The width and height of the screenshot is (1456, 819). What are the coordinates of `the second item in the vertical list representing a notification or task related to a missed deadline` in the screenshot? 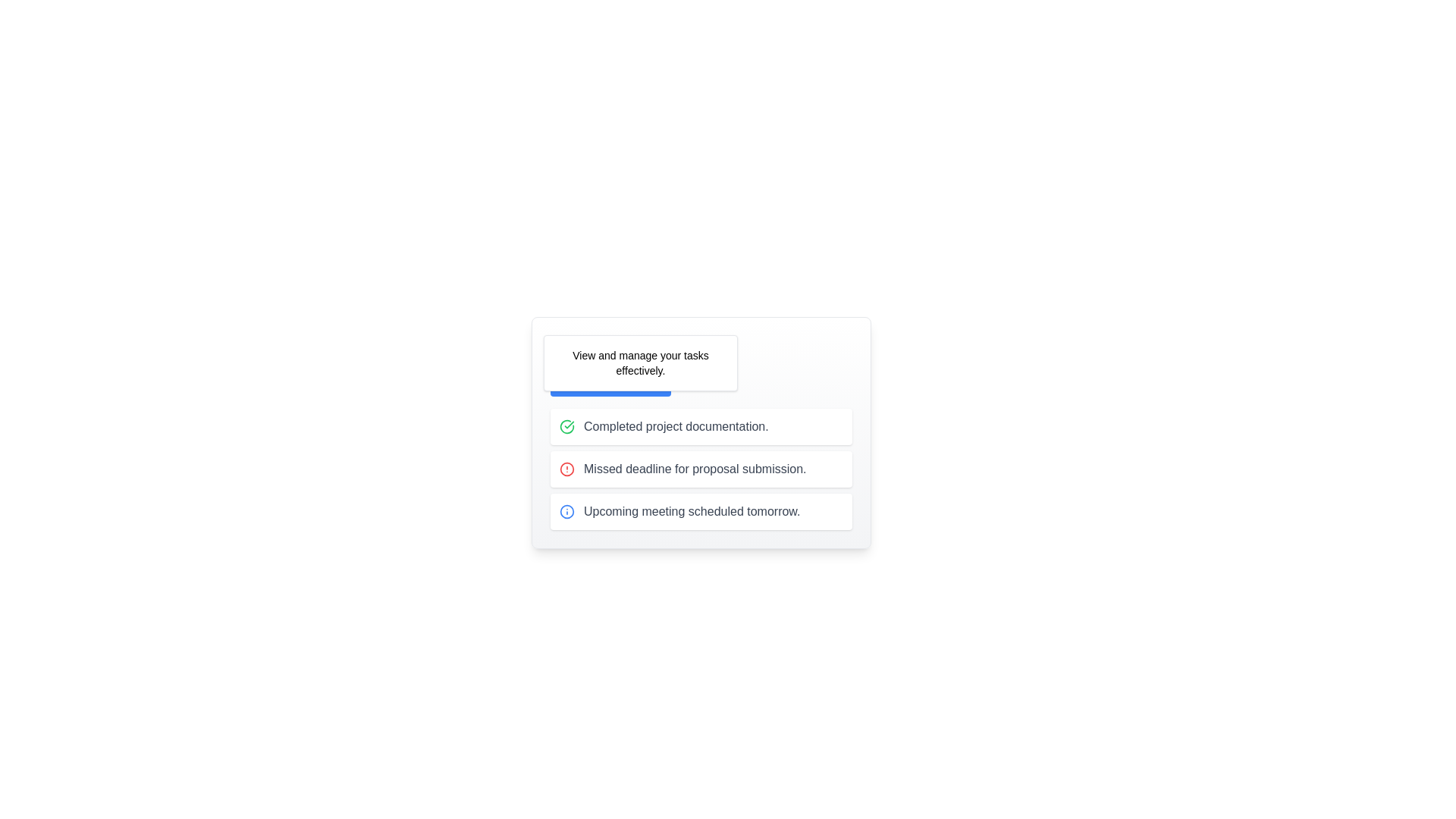 It's located at (701, 468).